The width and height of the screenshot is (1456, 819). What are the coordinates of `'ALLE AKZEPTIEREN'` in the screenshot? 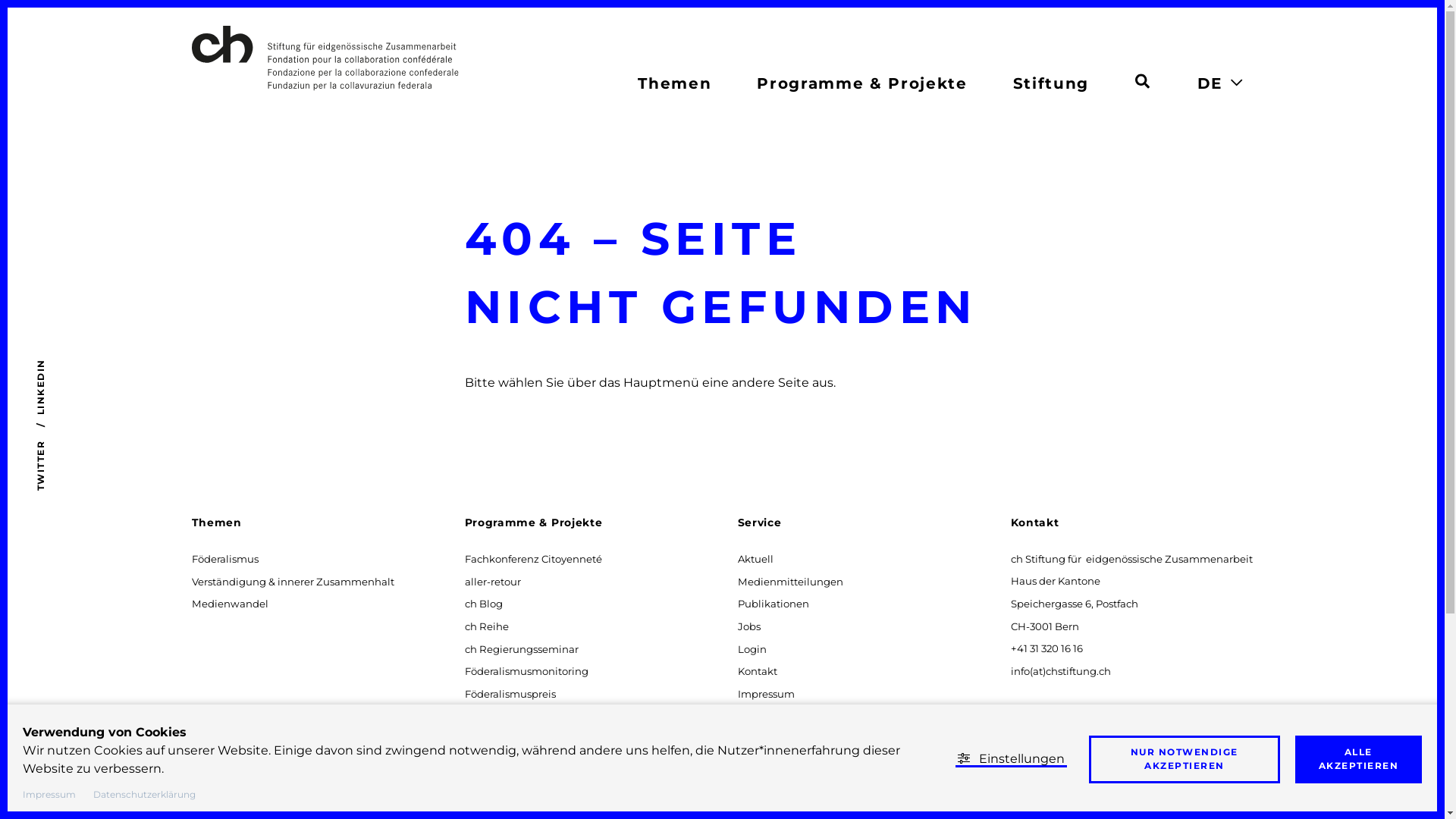 It's located at (1358, 759).